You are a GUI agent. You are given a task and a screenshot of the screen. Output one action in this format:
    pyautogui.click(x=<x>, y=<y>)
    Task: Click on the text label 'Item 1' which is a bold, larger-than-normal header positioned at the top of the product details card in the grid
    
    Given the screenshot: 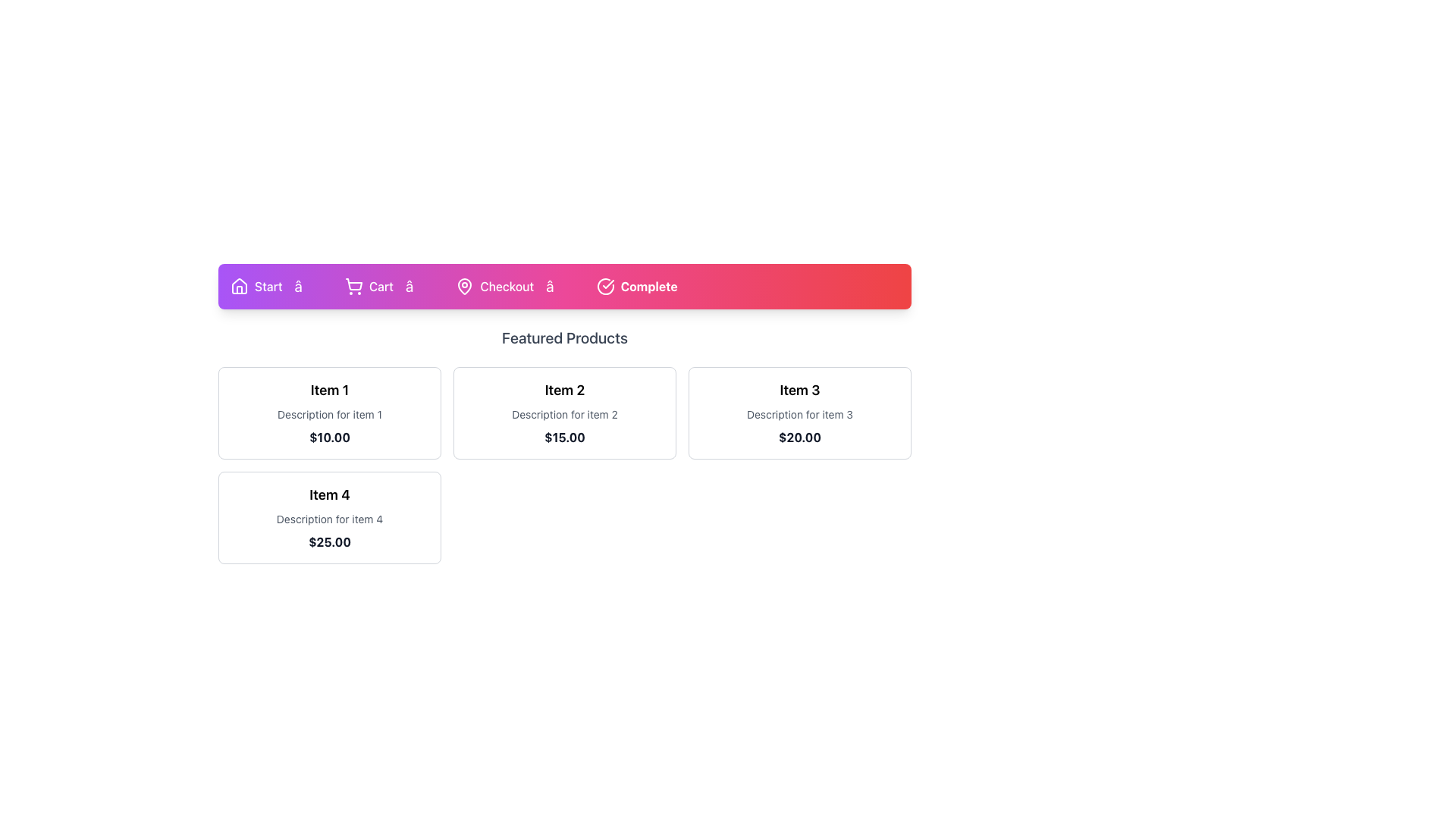 What is the action you would take?
    pyautogui.click(x=329, y=390)
    